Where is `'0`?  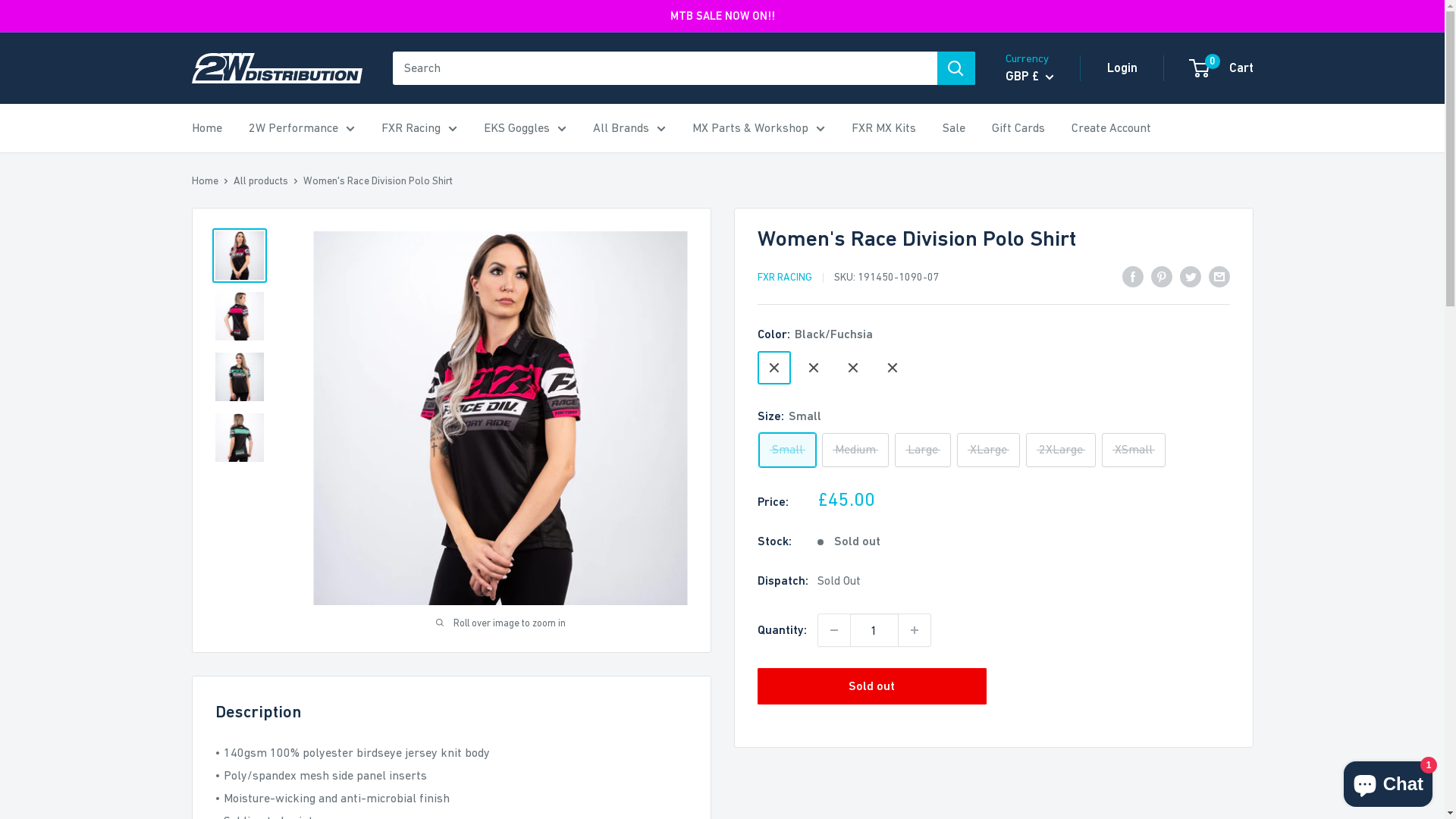 '0 is located at coordinates (1222, 67).